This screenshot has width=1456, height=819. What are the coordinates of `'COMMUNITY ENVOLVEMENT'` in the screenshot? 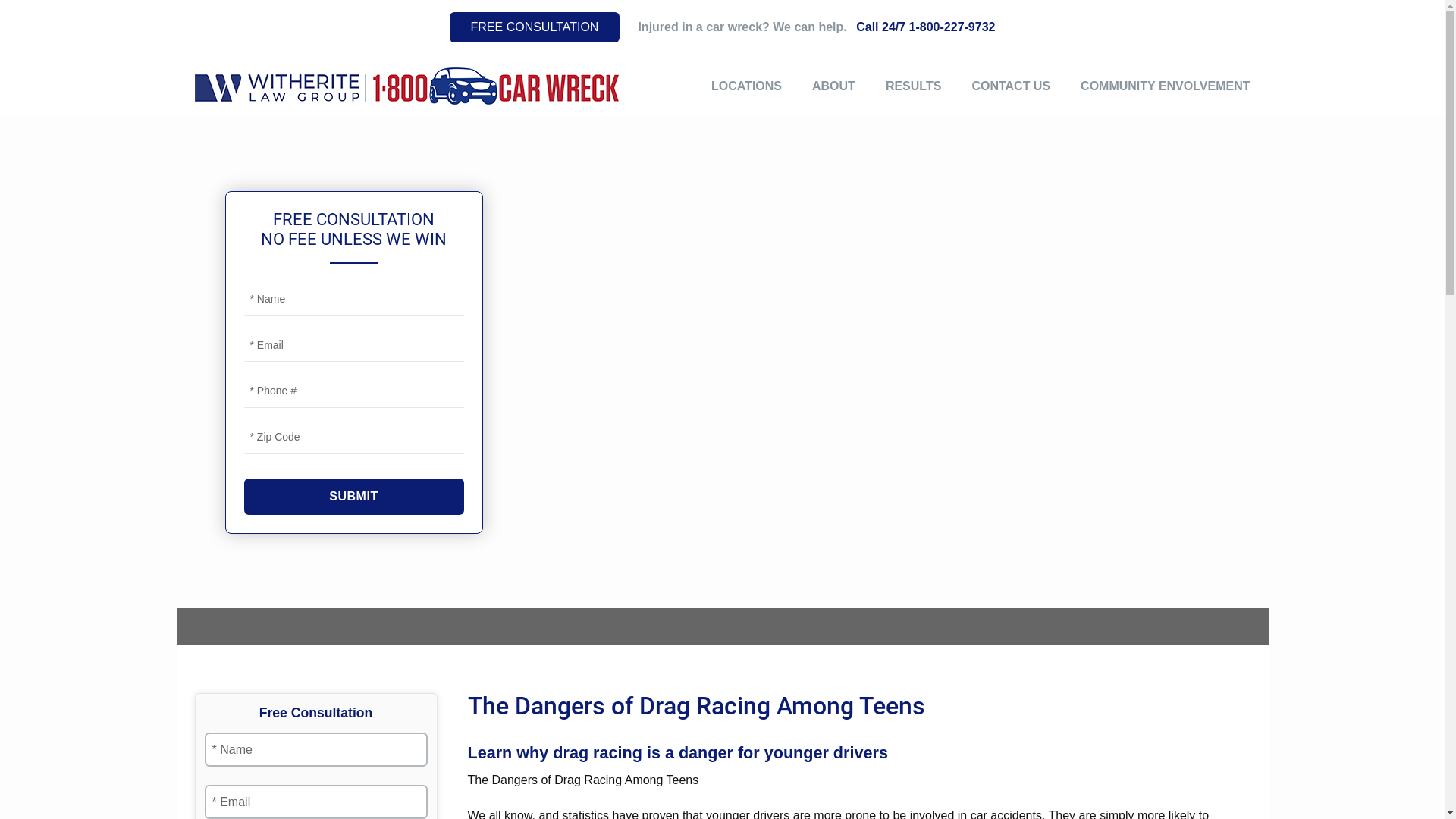 It's located at (1164, 86).